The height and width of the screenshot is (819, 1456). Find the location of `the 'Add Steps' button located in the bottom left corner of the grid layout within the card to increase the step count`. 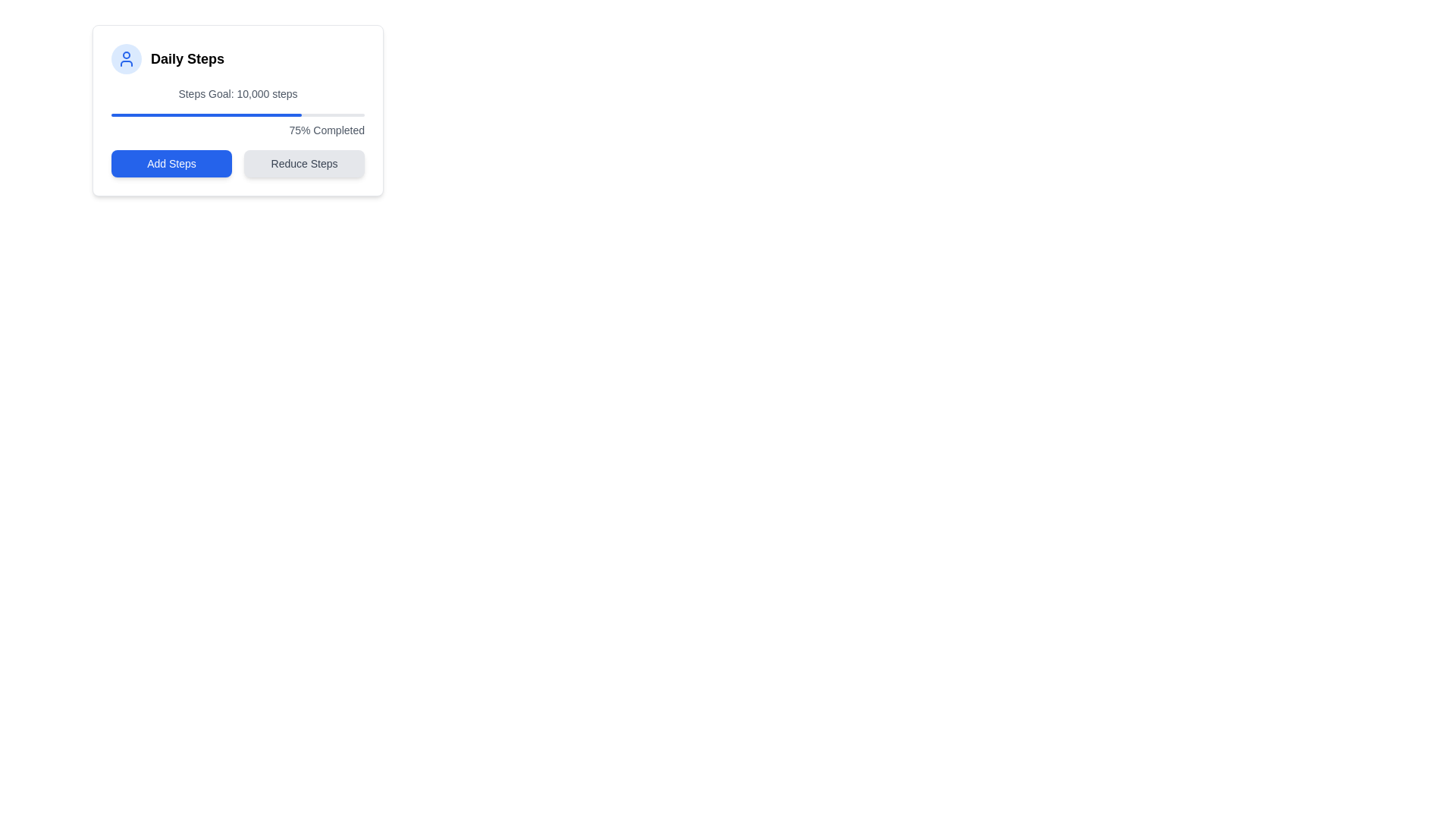

the 'Add Steps' button located in the bottom left corner of the grid layout within the card to increase the step count is located at coordinates (171, 164).